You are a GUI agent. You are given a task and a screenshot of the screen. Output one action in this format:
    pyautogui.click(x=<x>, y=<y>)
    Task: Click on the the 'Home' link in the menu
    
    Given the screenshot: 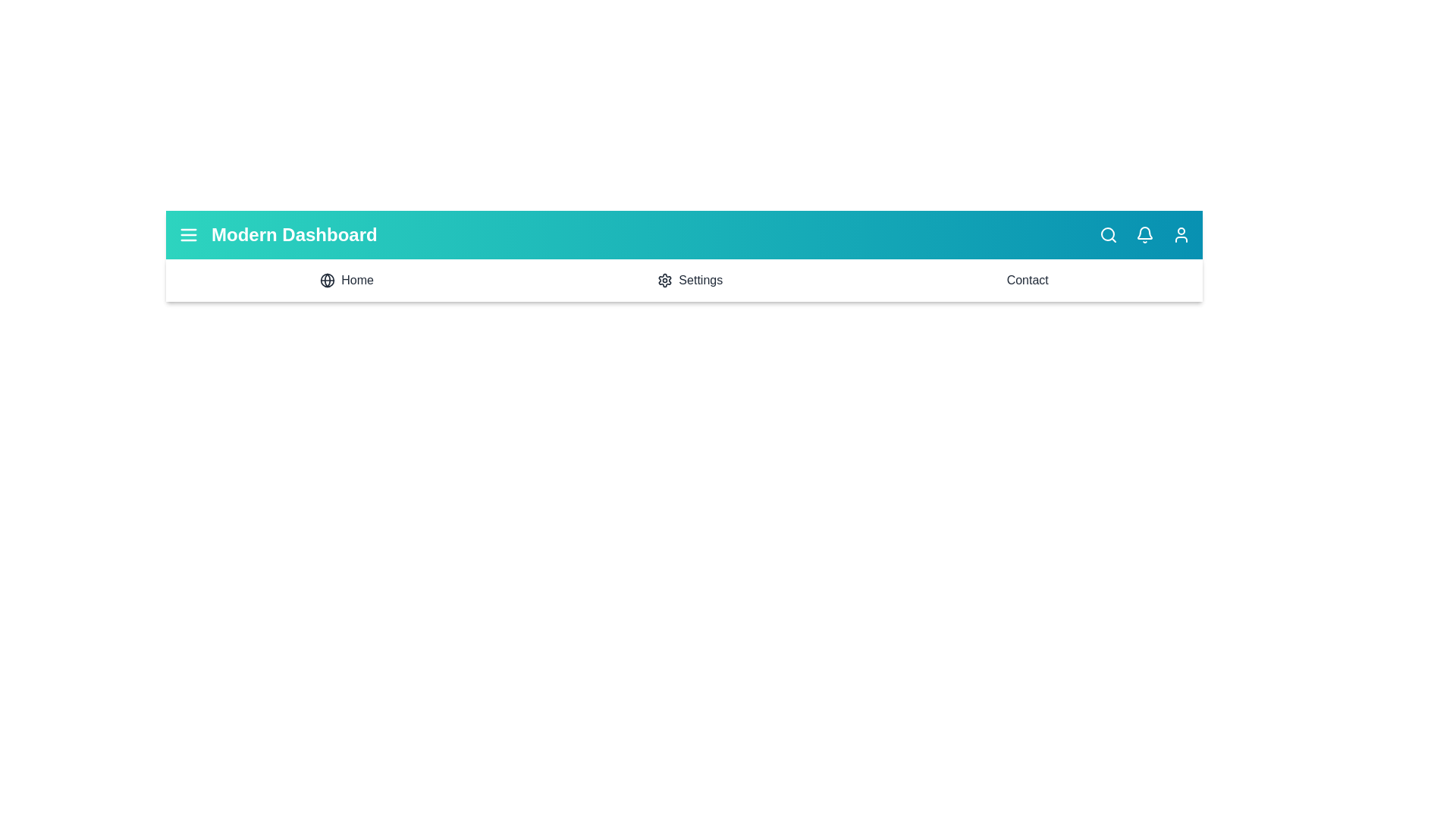 What is the action you would take?
    pyautogui.click(x=345, y=281)
    